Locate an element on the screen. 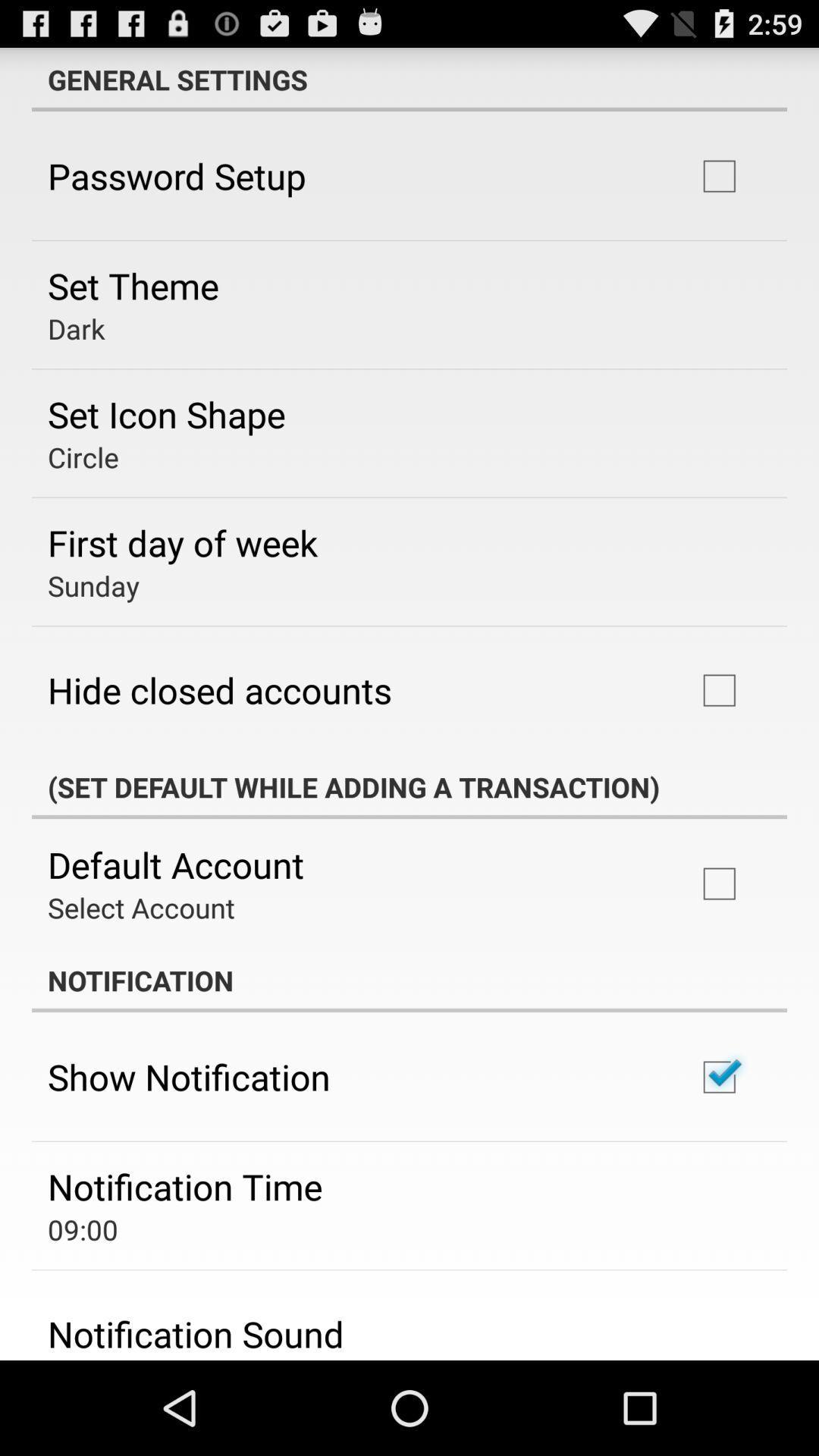 This screenshot has width=819, height=1456. app above the set theme item is located at coordinates (176, 176).